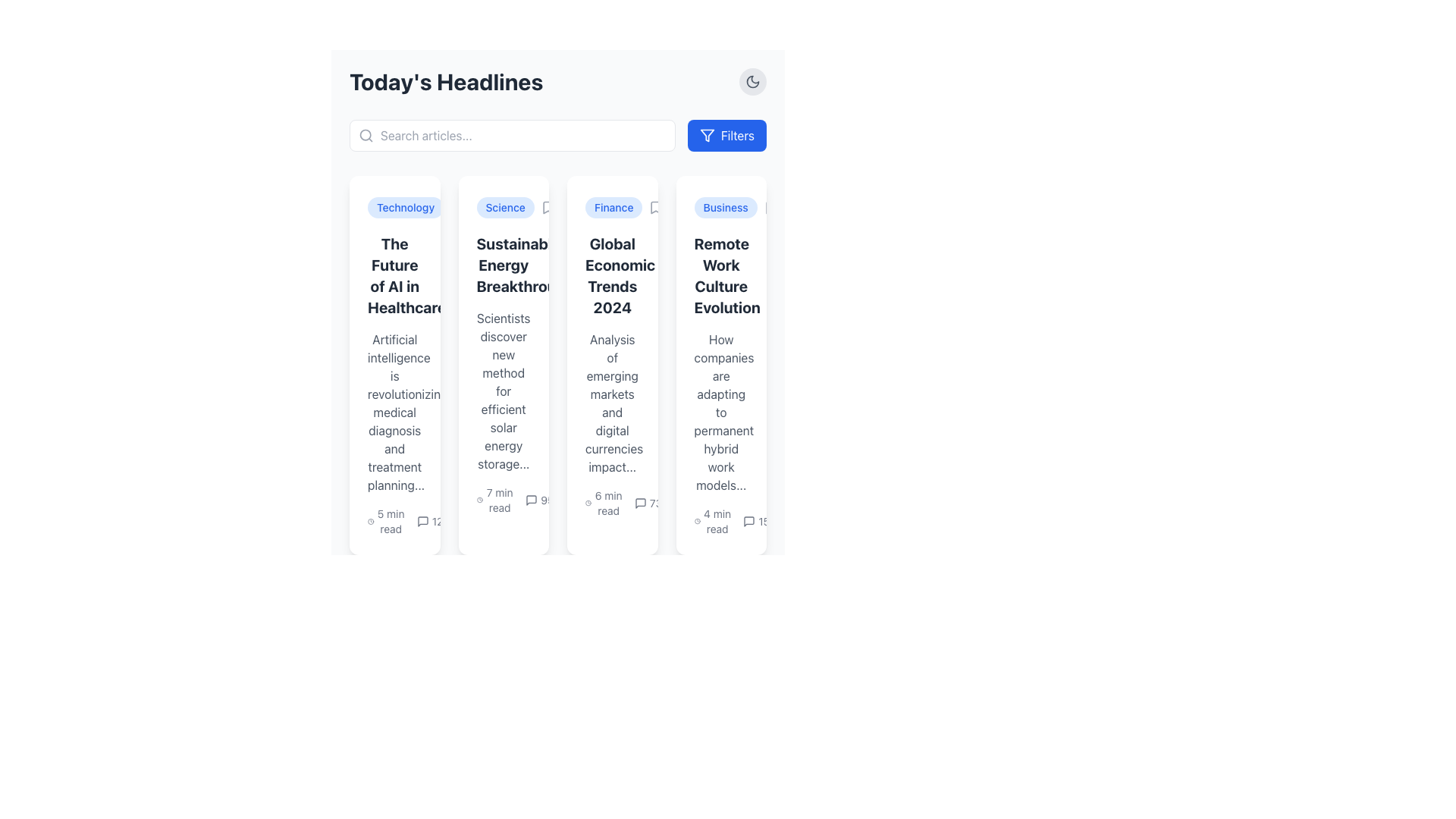  I want to click on the comment icon located at the bottom section of the fourth content card to interact with the comment feature, so click(749, 520).